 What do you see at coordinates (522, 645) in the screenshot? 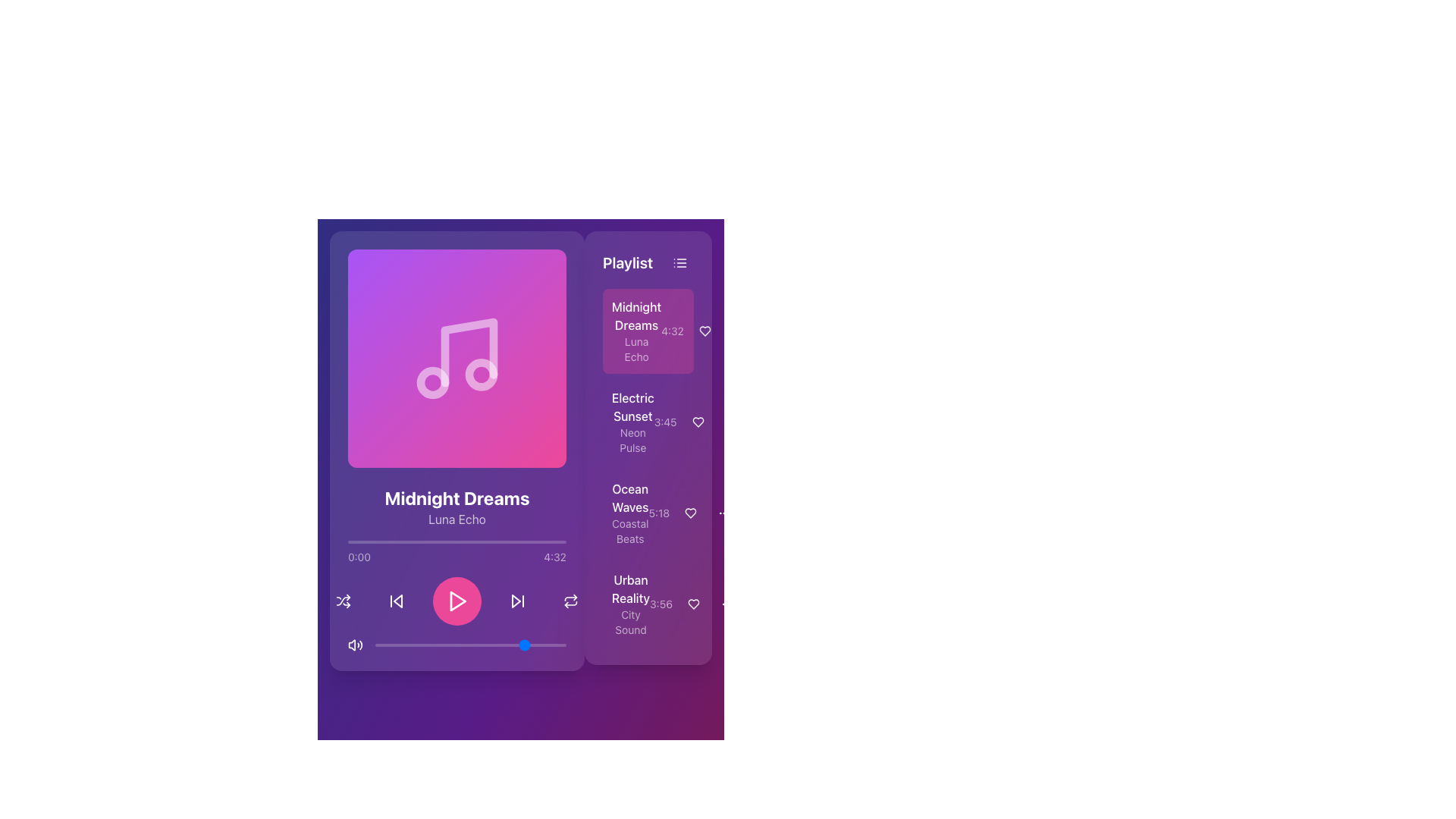
I see `playback progress` at bounding box center [522, 645].